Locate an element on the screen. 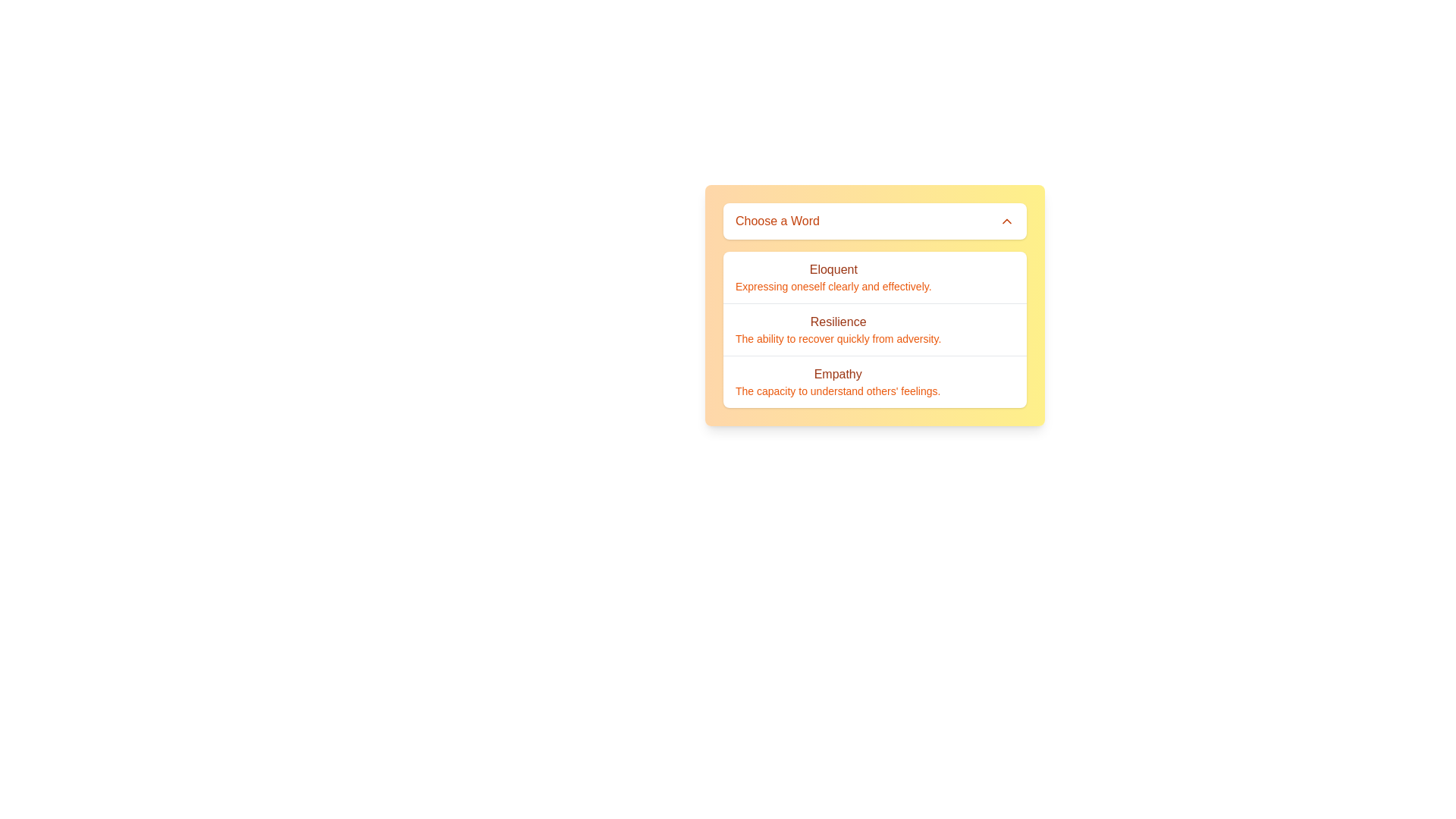 Image resolution: width=1456 pixels, height=819 pixels. the text label displaying 'Empathy' in orange, which is located in the dropdown menu below 'Choose a Word' is located at coordinates (837, 374).